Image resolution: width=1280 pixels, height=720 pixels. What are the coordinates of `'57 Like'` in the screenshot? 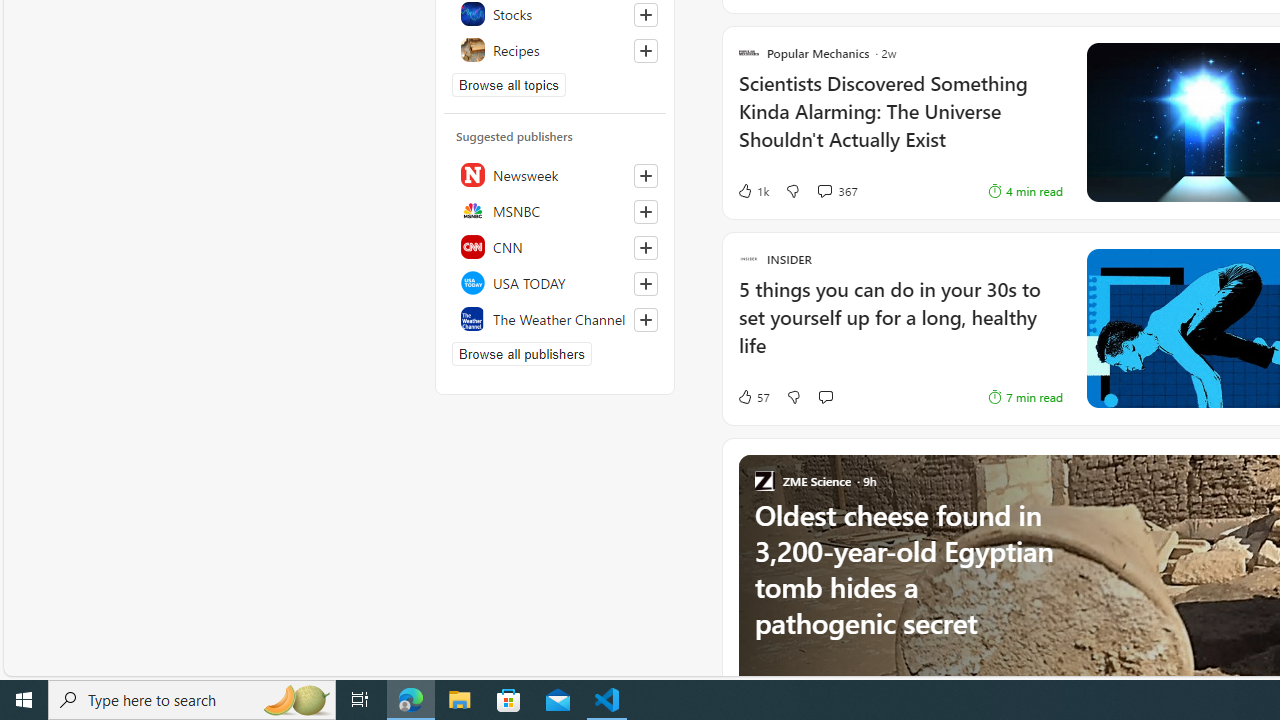 It's located at (752, 397).